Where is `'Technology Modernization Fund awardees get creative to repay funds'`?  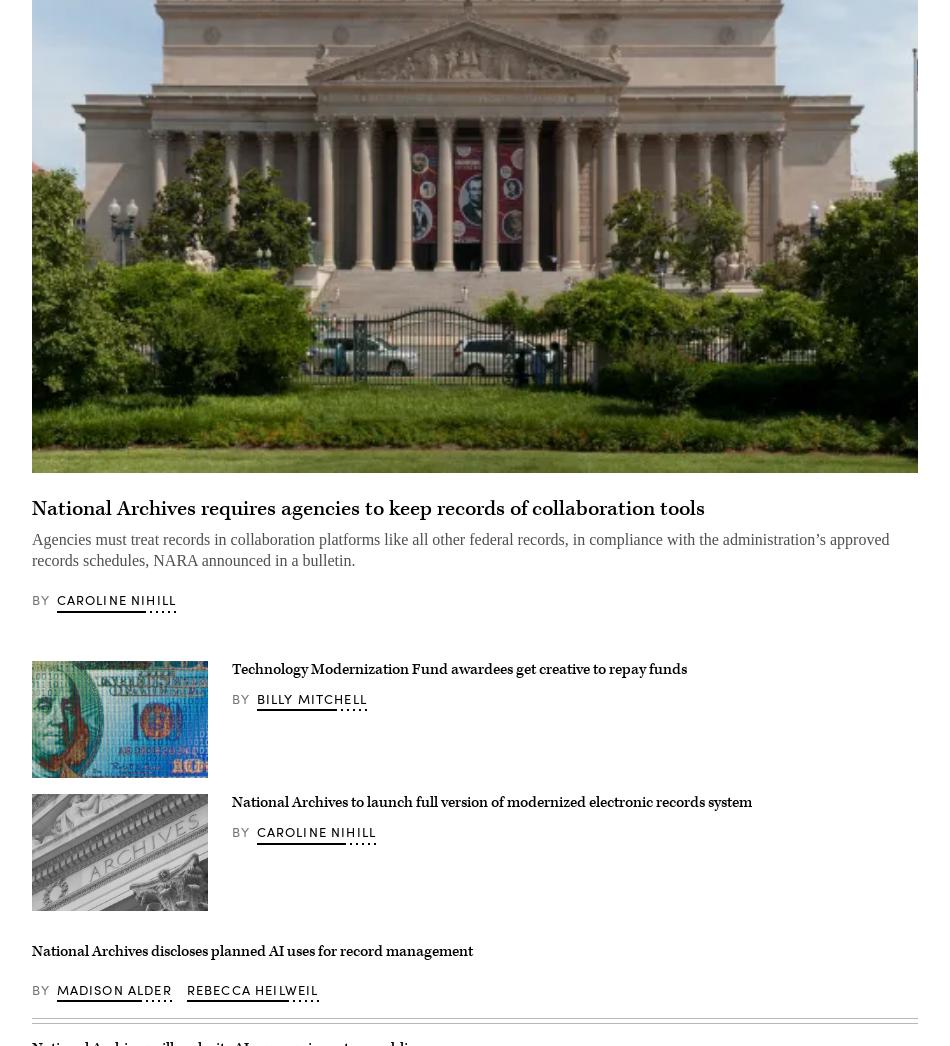 'Technology Modernization Fund awardees get creative to repay funds' is located at coordinates (458, 667).